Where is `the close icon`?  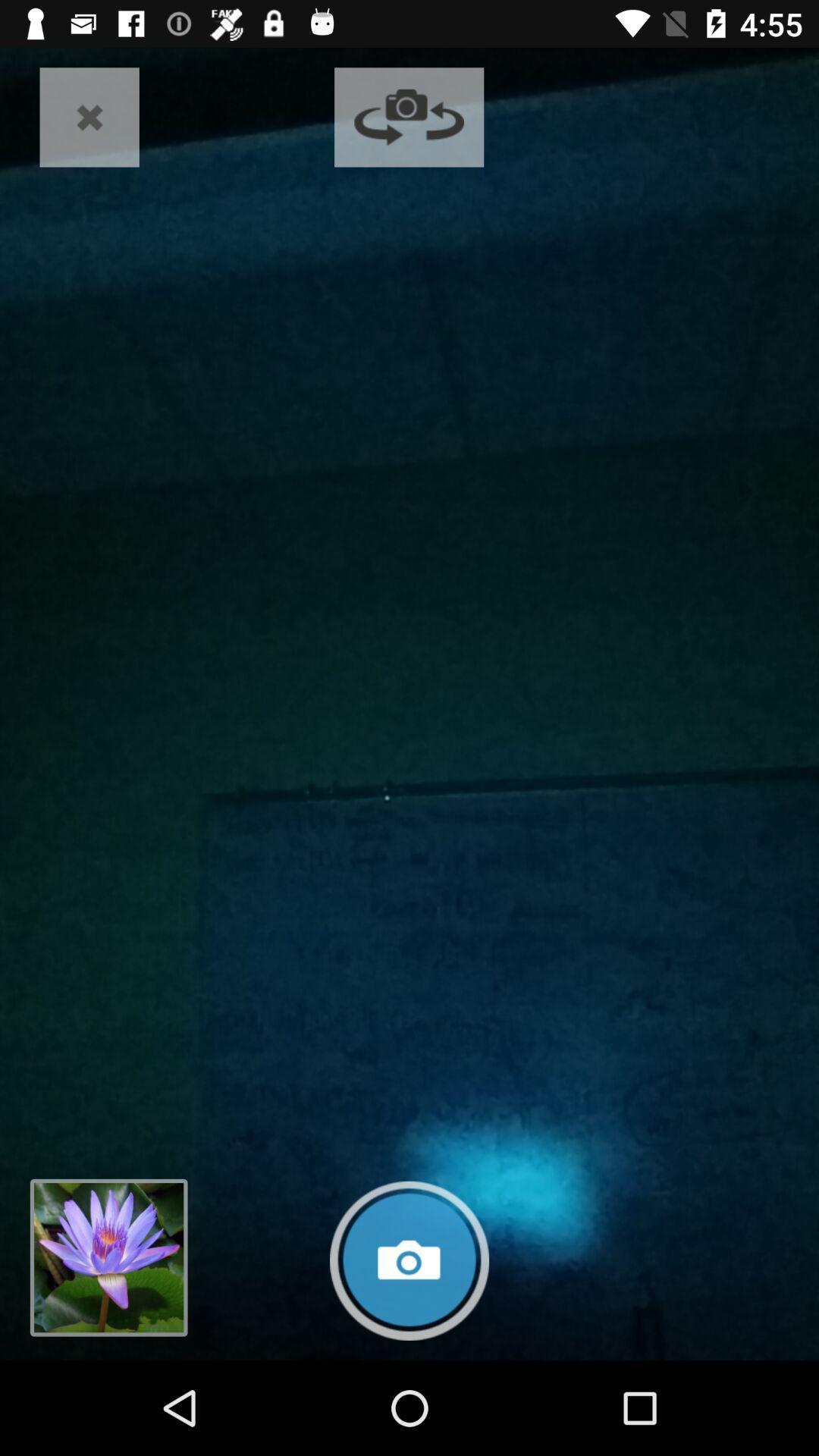
the close icon is located at coordinates (89, 116).